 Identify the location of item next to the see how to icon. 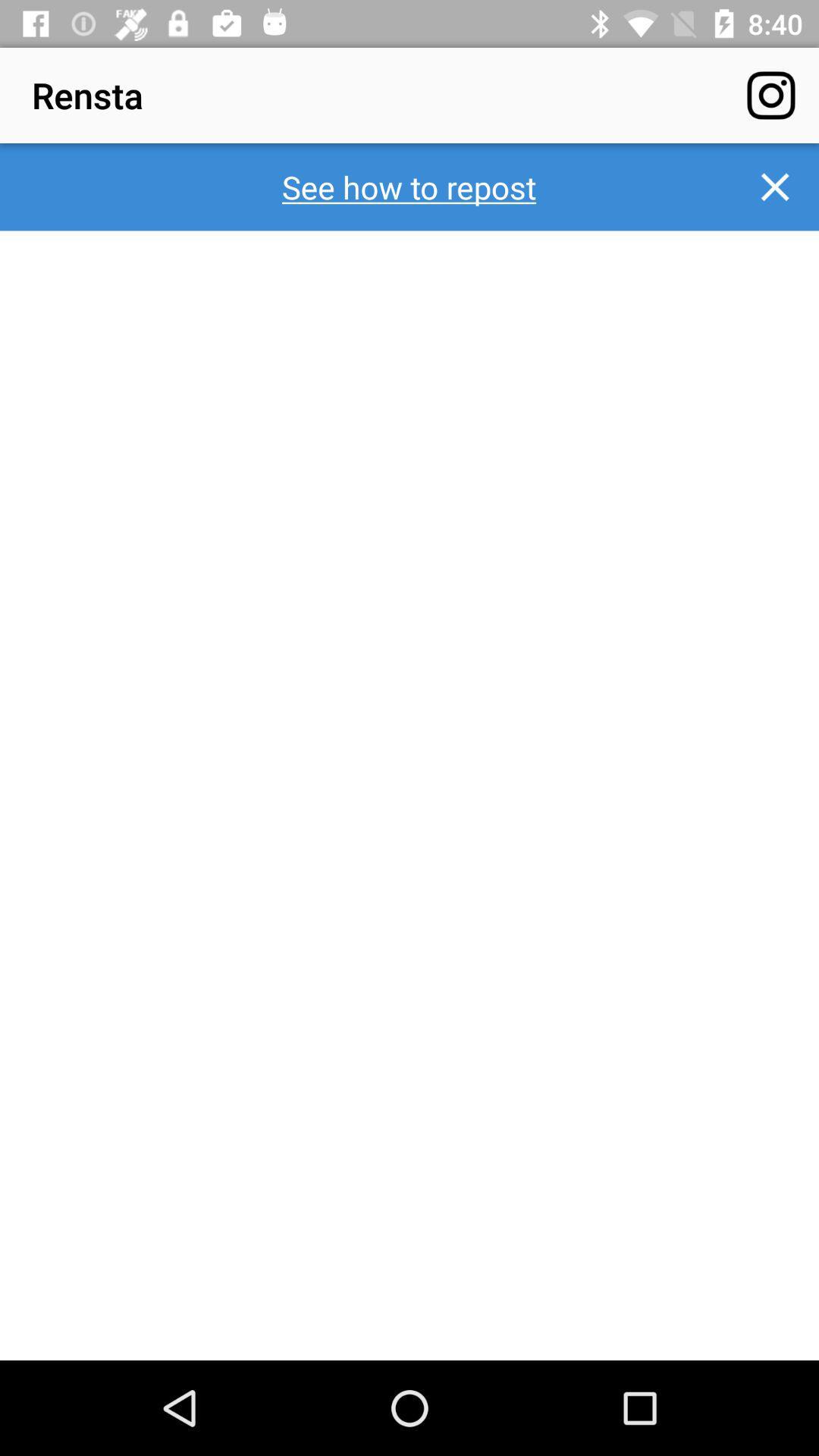
(775, 186).